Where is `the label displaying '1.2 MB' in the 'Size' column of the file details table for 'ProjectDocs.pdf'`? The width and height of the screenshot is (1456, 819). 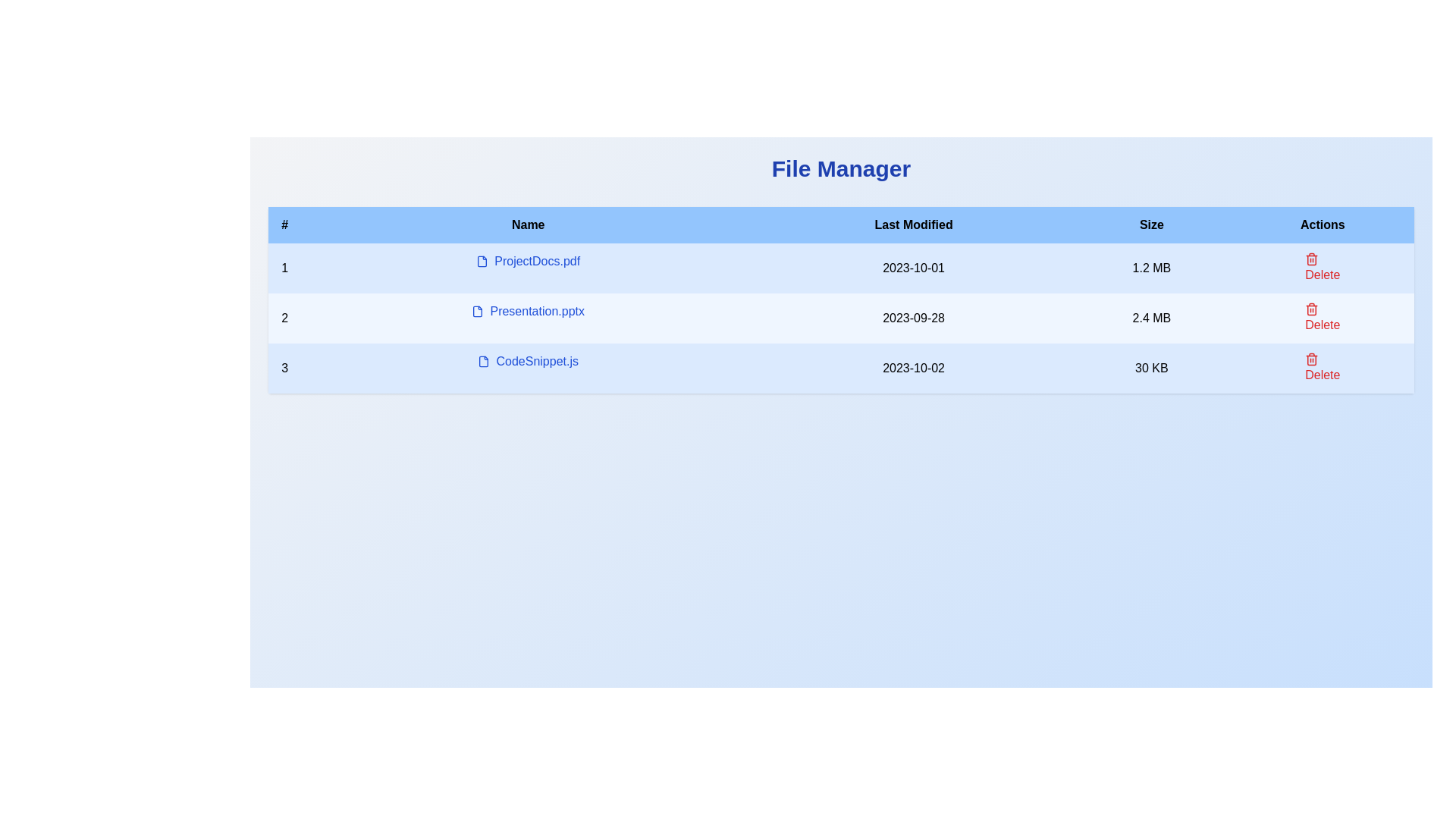
the label displaying '1.2 MB' in the 'Size' column of the file details table for 'ProjectDocs.pdf' is located at coordinates (1151, 268).